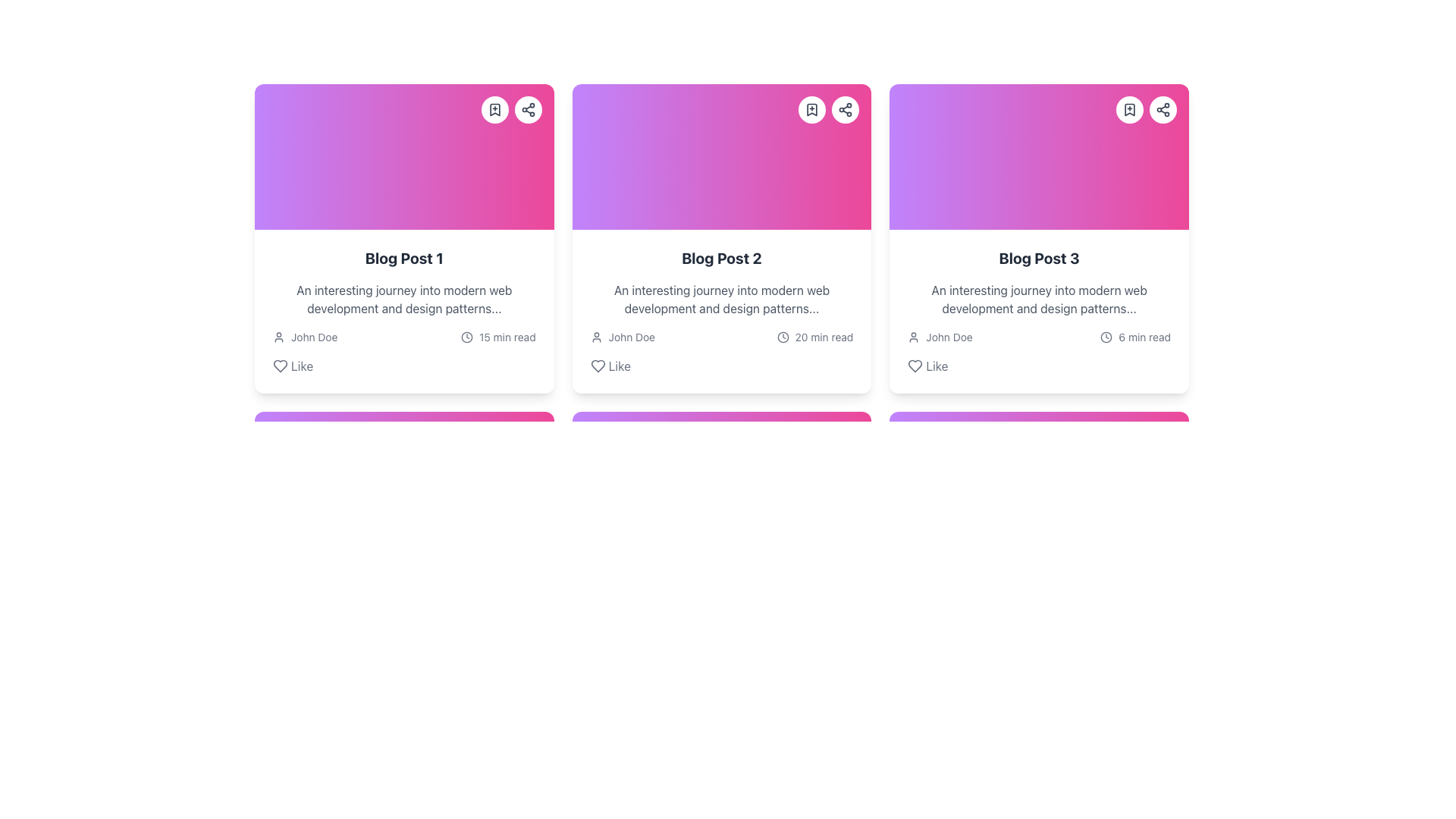 The width and height of the screenshot is (1456, 819). What do you see at coordinates (915, 366) in the screenshot?
I see `the icon button used for liking 'Blog Post 3'` at bounding box center [915, 366].